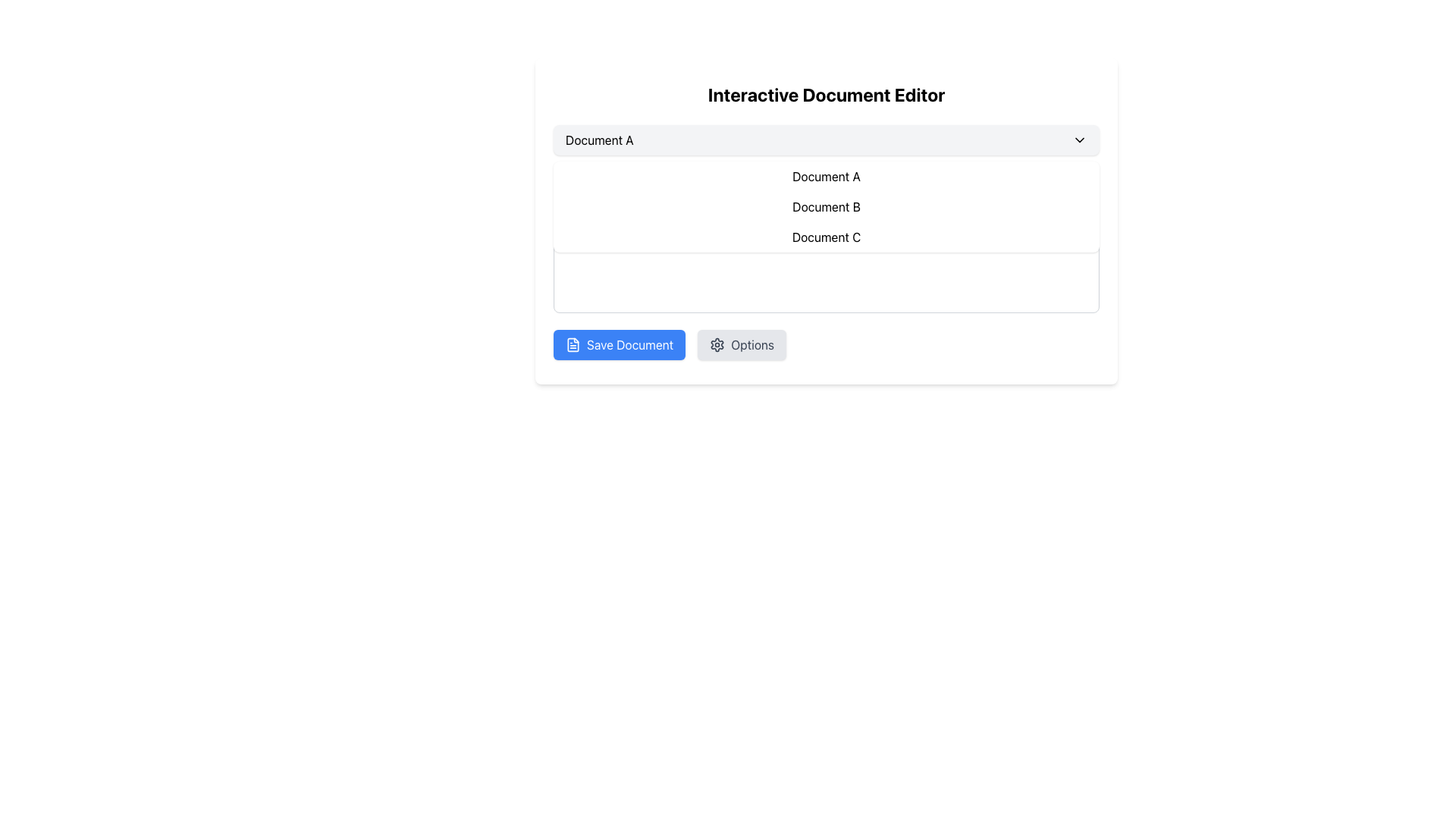  I want to click on the document icon located within the blue 'Save Document' button at the bottom-left area of the UI, positioned to the left of the button text, so click(572, 345).